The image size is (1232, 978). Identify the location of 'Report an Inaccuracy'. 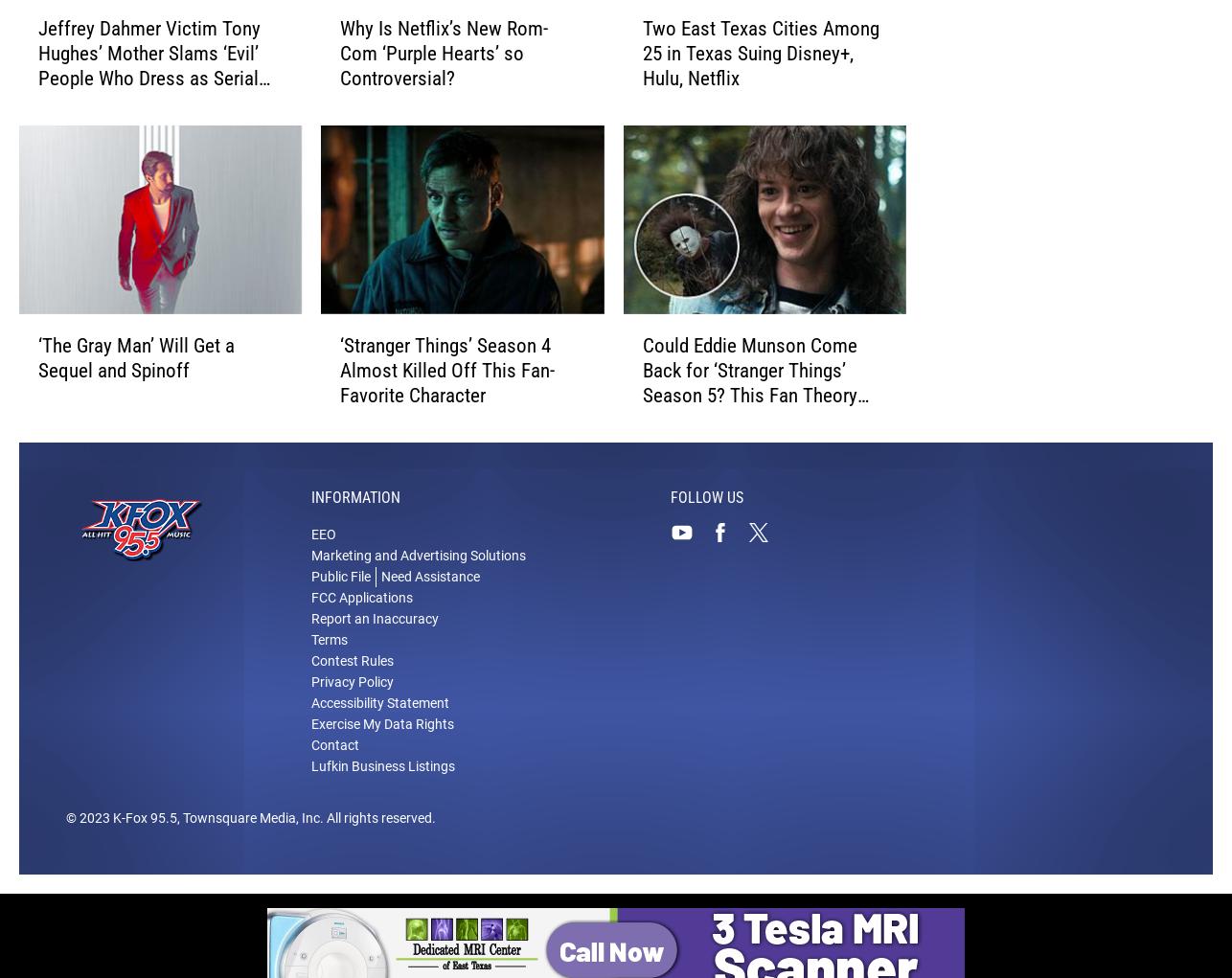
(374, 619).